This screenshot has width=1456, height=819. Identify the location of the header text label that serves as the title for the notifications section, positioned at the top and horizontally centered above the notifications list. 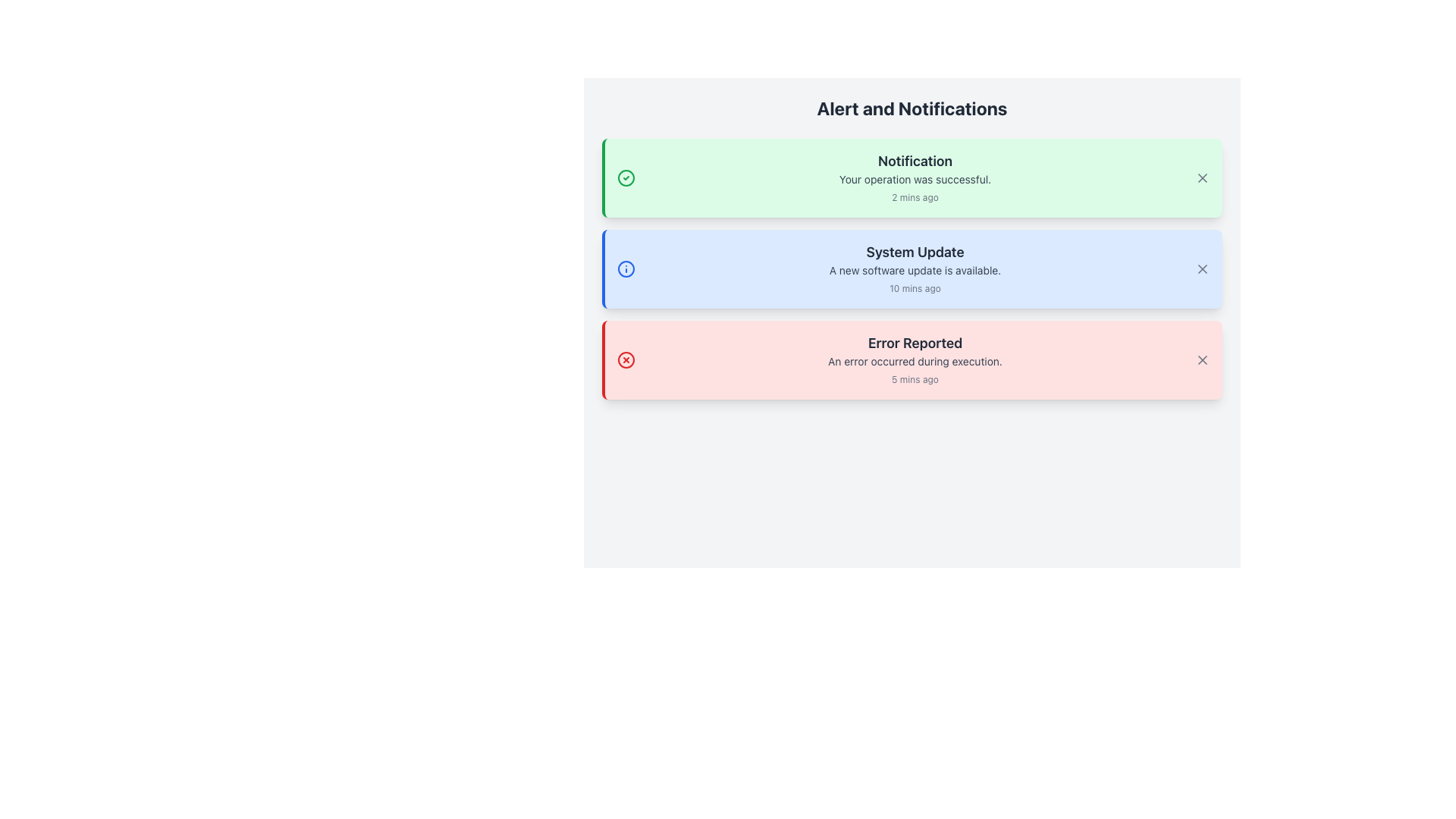
(912, 107).